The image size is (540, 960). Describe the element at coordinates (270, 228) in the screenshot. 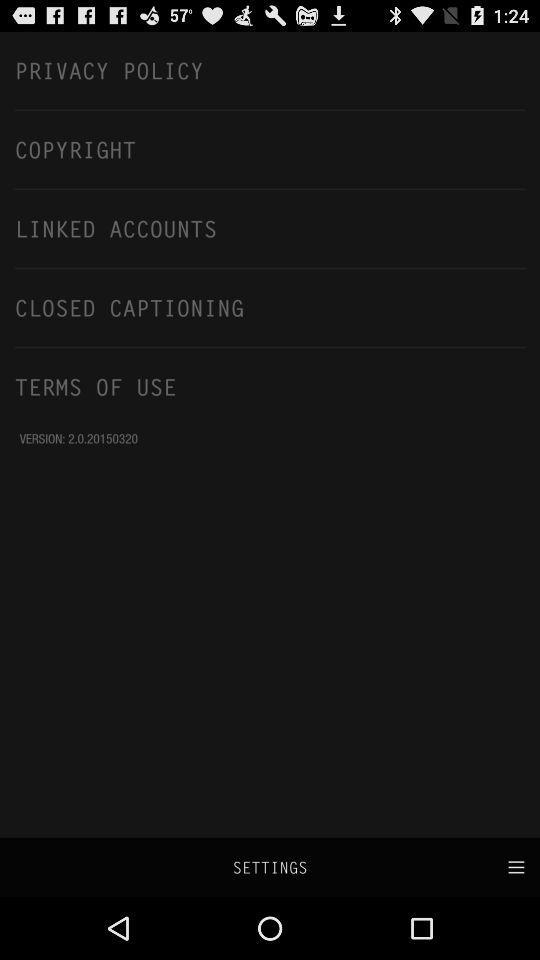

I see `linked accounts` at that location.